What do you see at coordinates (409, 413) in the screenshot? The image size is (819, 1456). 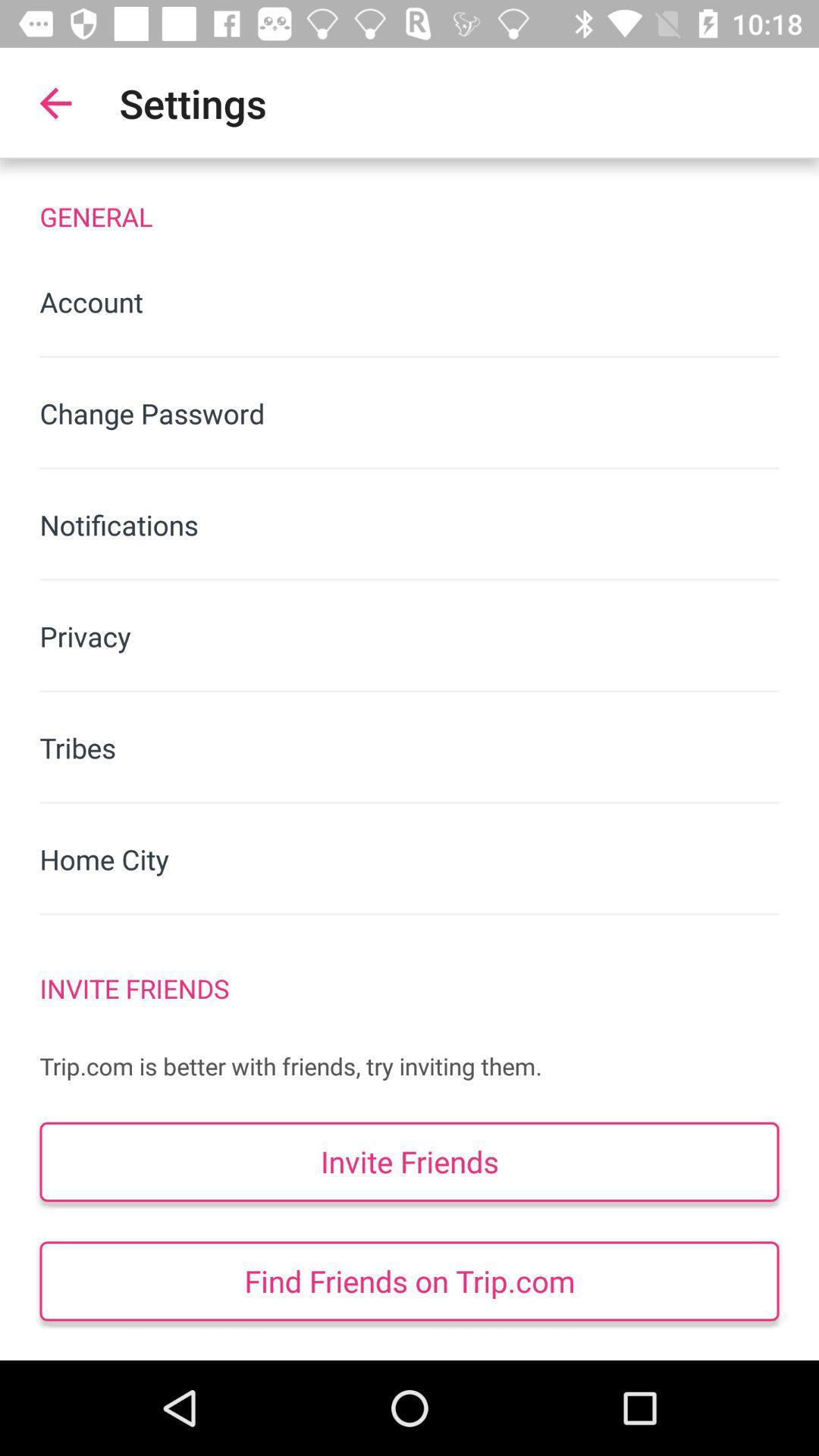 I see `change password item` at bounding box center [409, 413].